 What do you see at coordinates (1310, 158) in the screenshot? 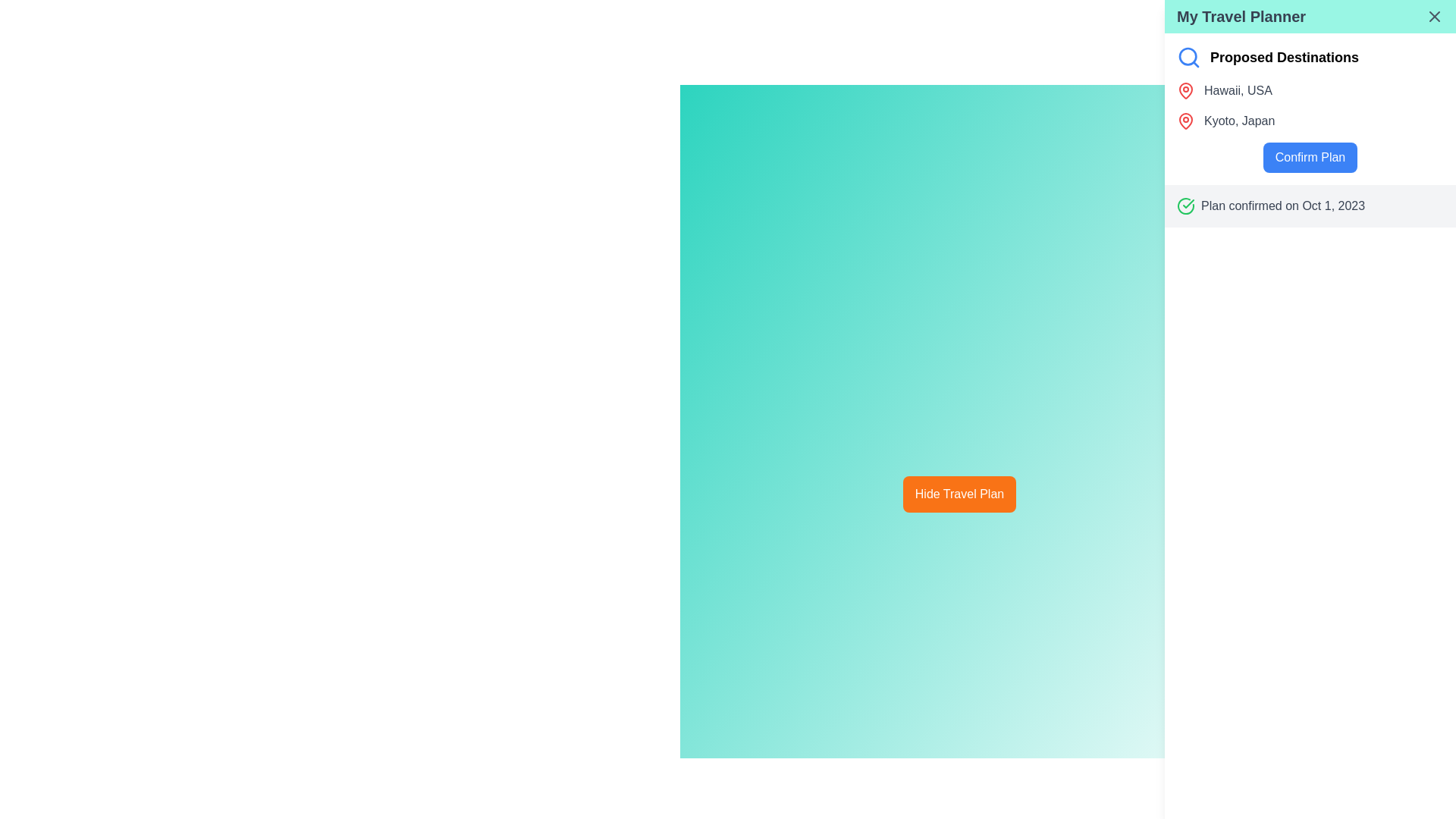
I see `the confirm button located below the 'Proposed Destinations' section to confirm the user's travel plans` at bounding box center [1310, 158].